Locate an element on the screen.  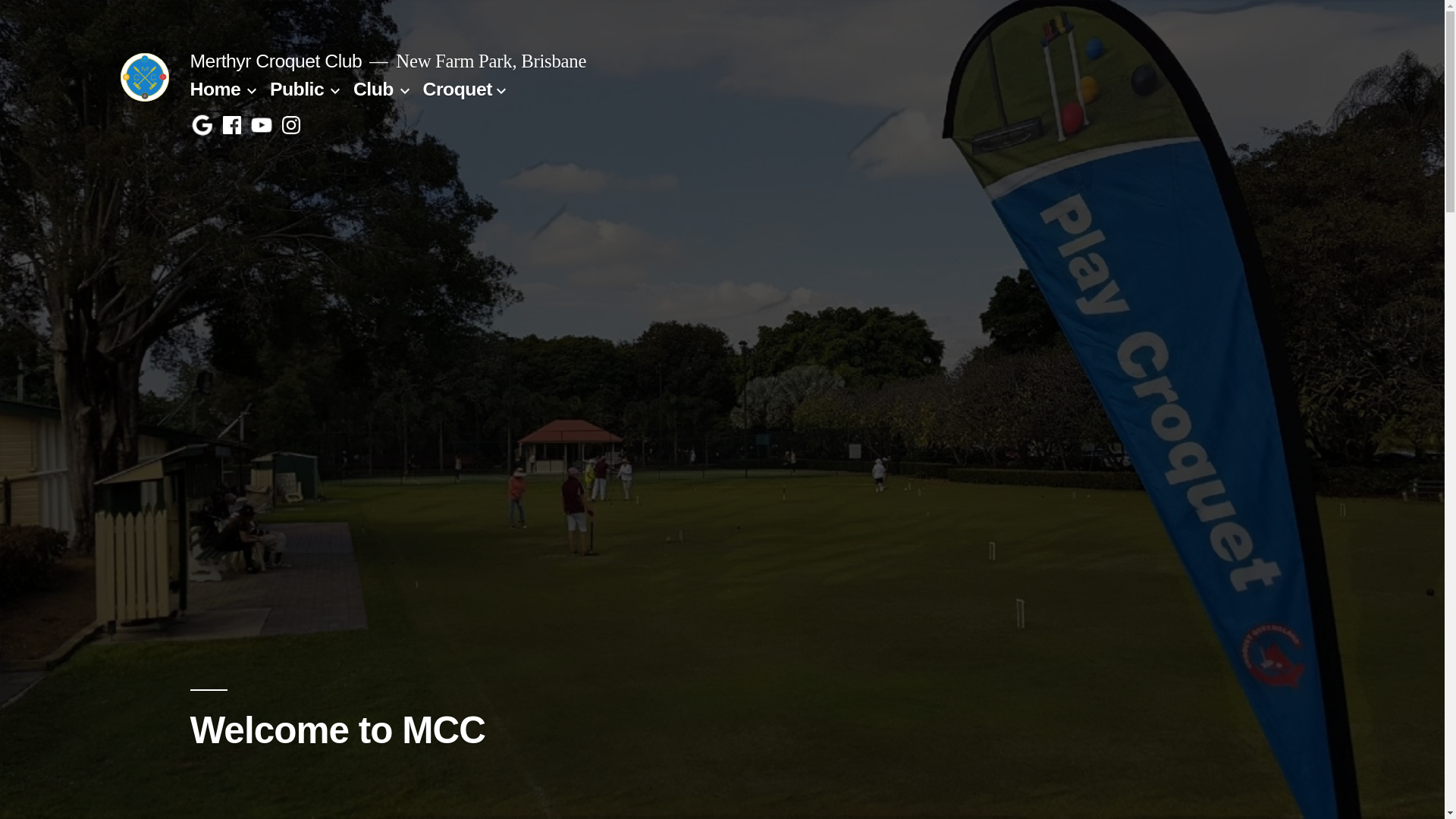
'Facebook' is located at coordinates (231, 124).